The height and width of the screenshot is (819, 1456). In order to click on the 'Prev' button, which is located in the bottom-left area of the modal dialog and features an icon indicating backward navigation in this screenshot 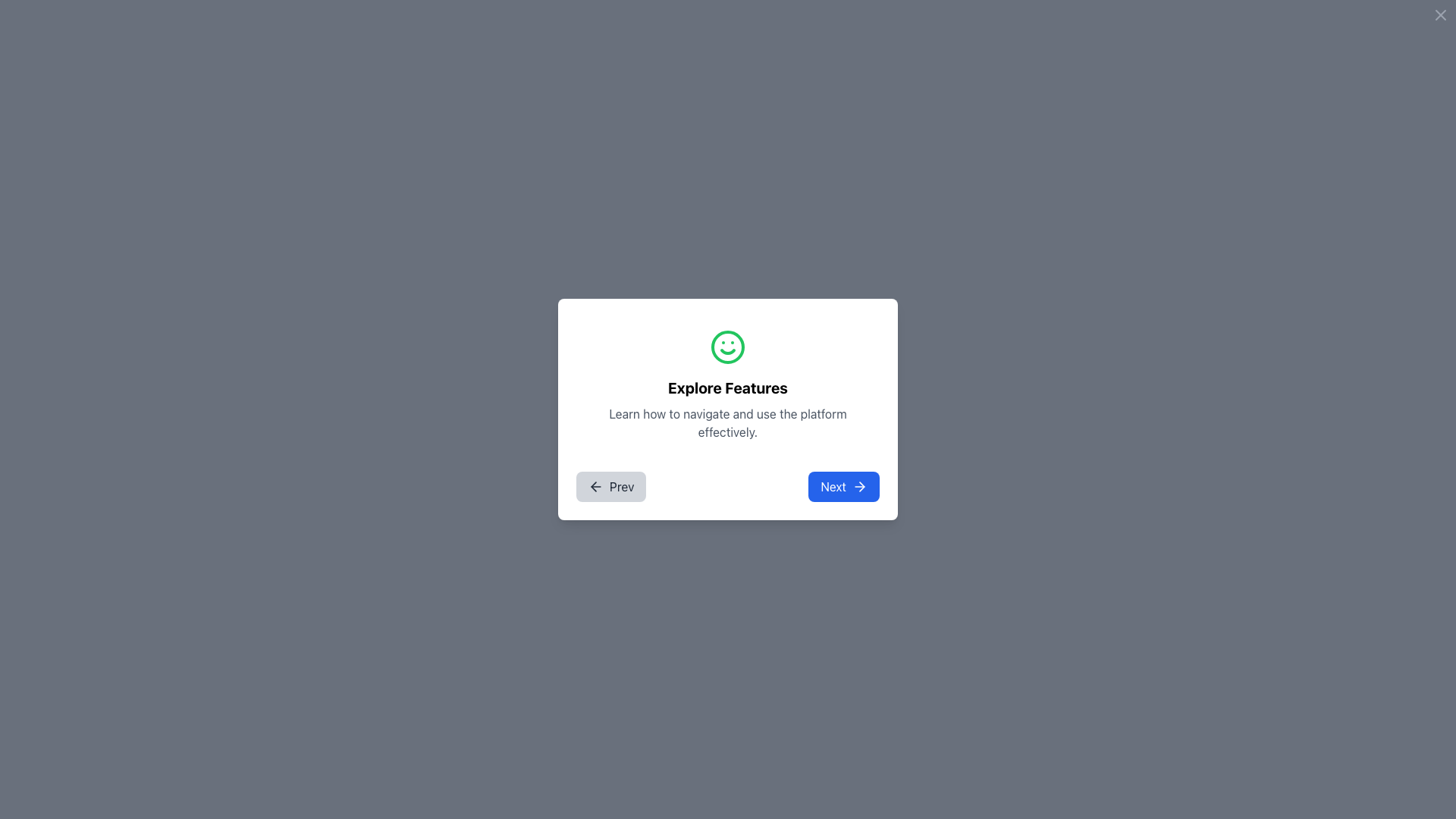, I will do `click(595, 486)`.